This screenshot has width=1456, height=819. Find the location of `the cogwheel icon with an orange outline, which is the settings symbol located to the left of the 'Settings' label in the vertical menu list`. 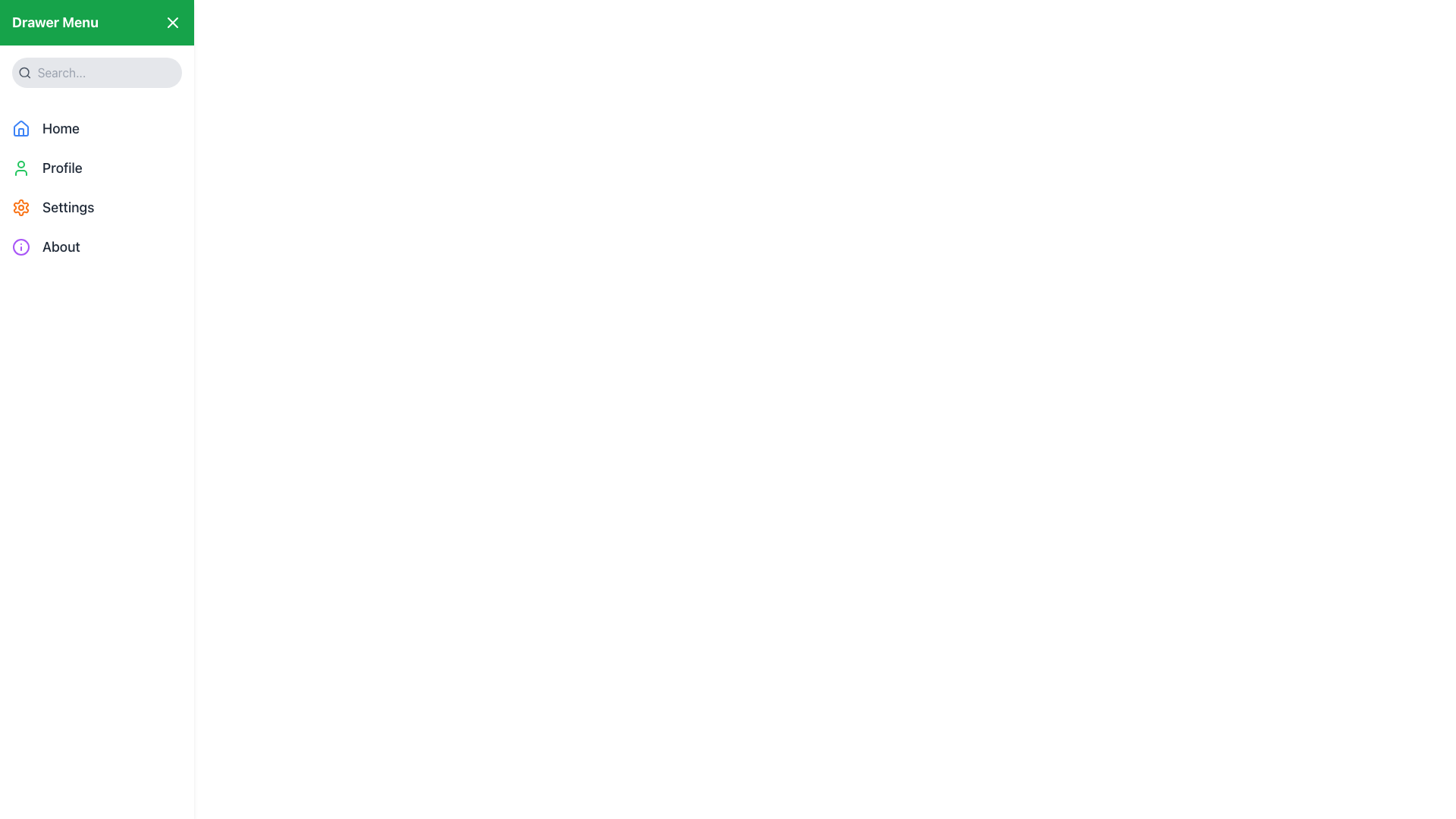

the cogwheel icon with an orange outline, which is the settings symbol located to the left of the 'Settings' label in the vertical menu list is located at coordinates (21, 207).